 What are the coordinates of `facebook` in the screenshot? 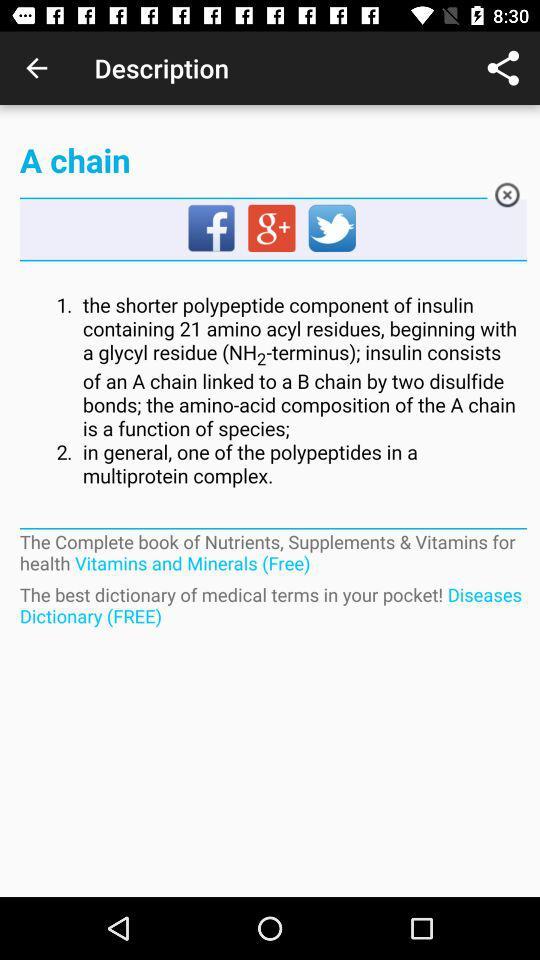 It's located at (211, 229).